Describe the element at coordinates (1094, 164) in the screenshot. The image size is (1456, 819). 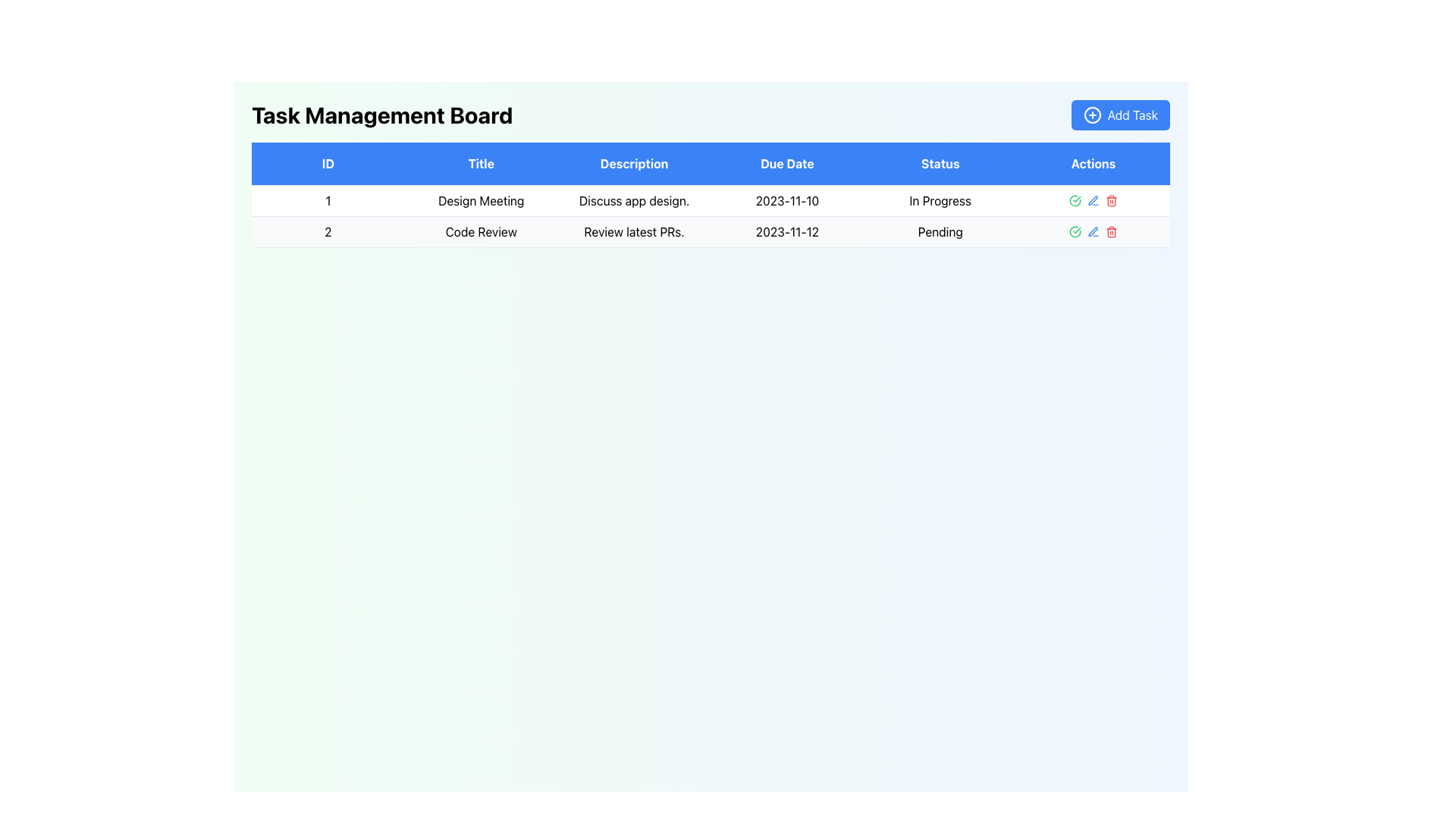
I see `the last column header in the table, which categorizes the actions available for each entry, located immediately to the right of the 'Status' column header` at that location.